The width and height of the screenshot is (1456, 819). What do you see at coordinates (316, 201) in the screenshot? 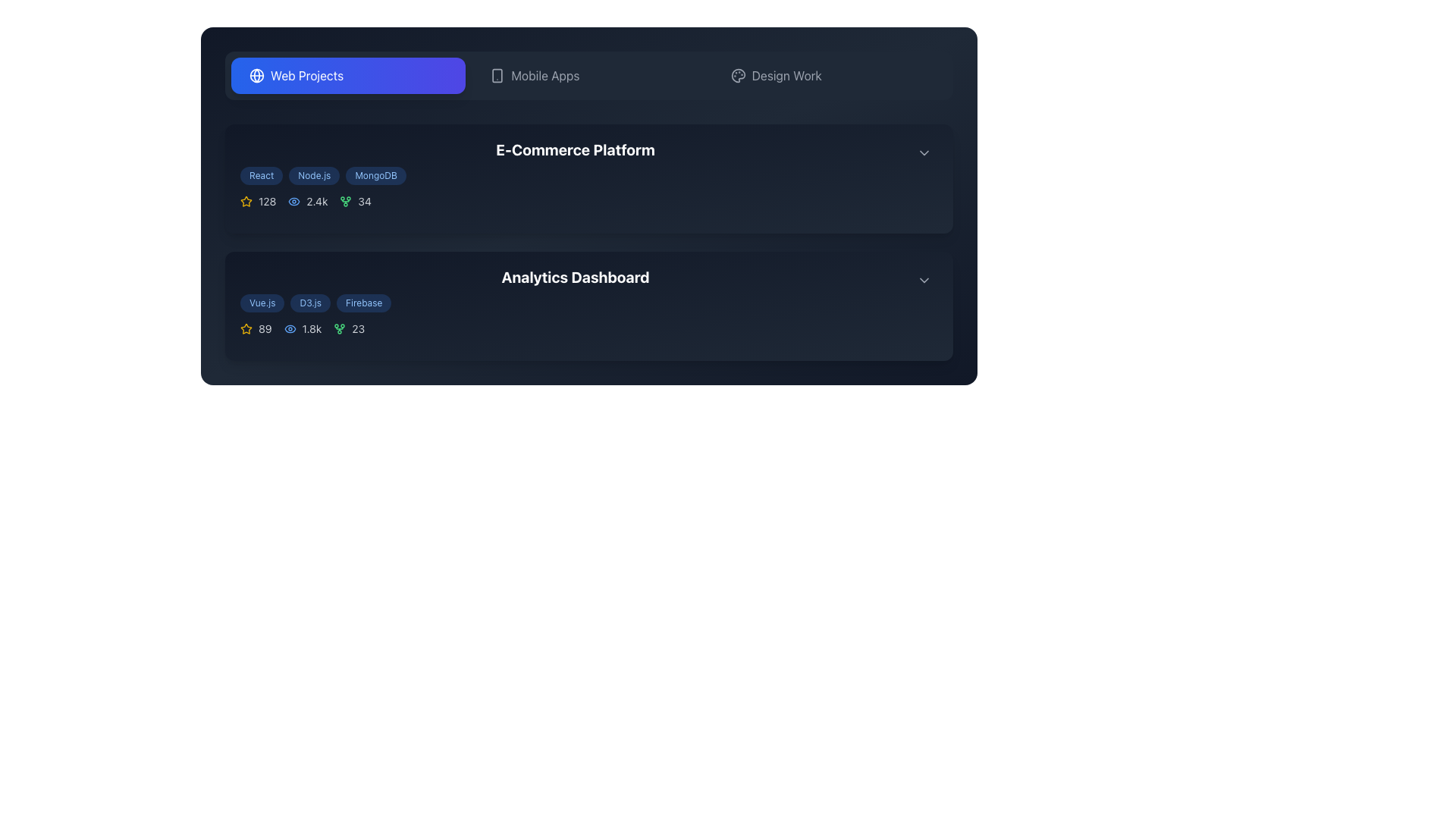
I see `text content of the numeric count label displaying '2.4k' located to the right of the eye icon in the E-Commerce Platform section` at bounding box center [316, 201].